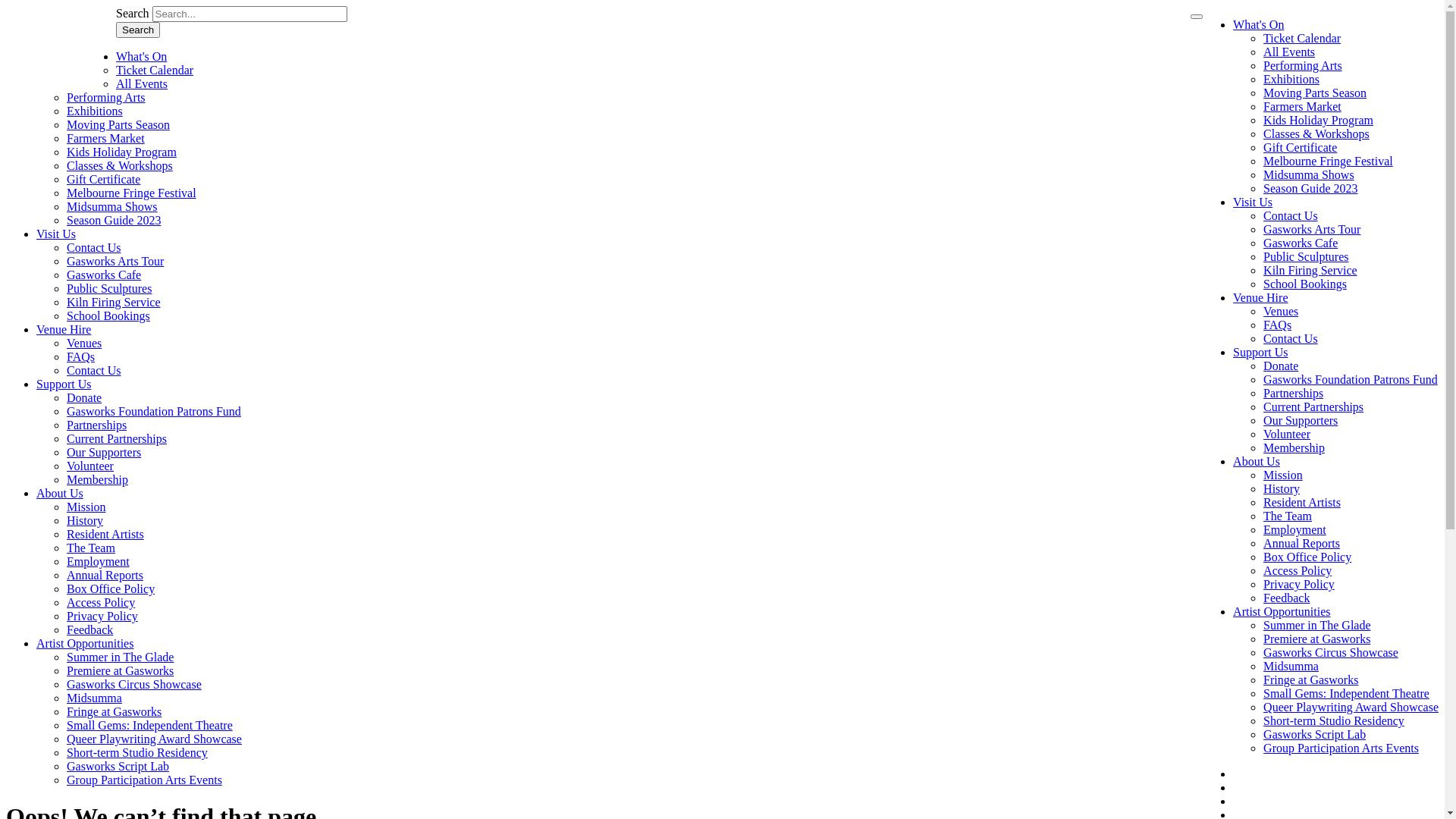 The height and width of the screenshot is (819, 1456). What do you see at coordinates (36, 383) in the screenshot?
I see `'Support Us'` at bounding box center [36, 383].